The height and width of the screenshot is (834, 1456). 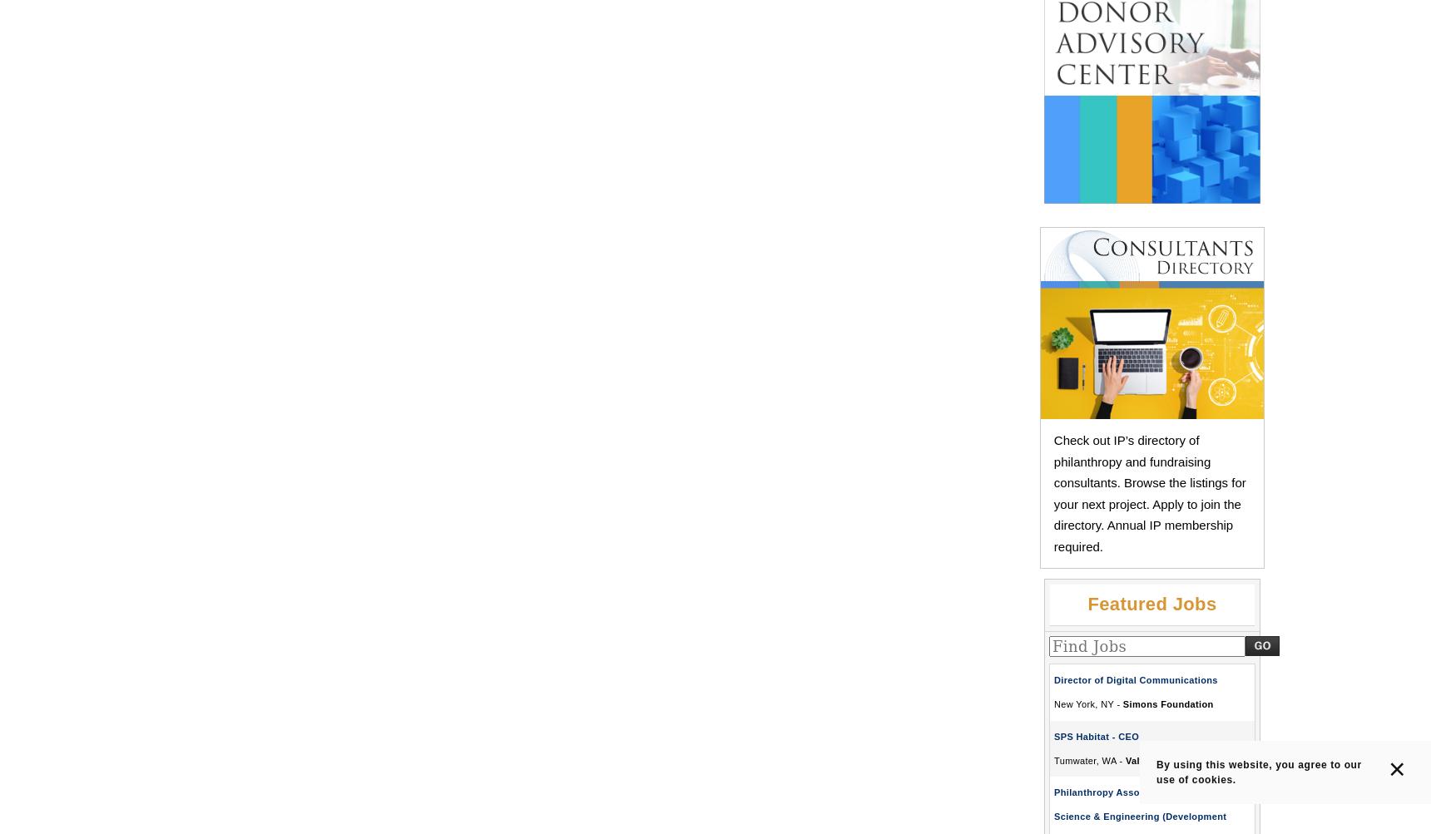 What do you see at coordinates (1150, 491) in the screenshot?
I see `'Check out IP’s directory of philanthropy and fundraising consultants. Browse the listings for your next project. Apply to join the directory. Annual IP membership required.'` at bounding box center [1150, 491].